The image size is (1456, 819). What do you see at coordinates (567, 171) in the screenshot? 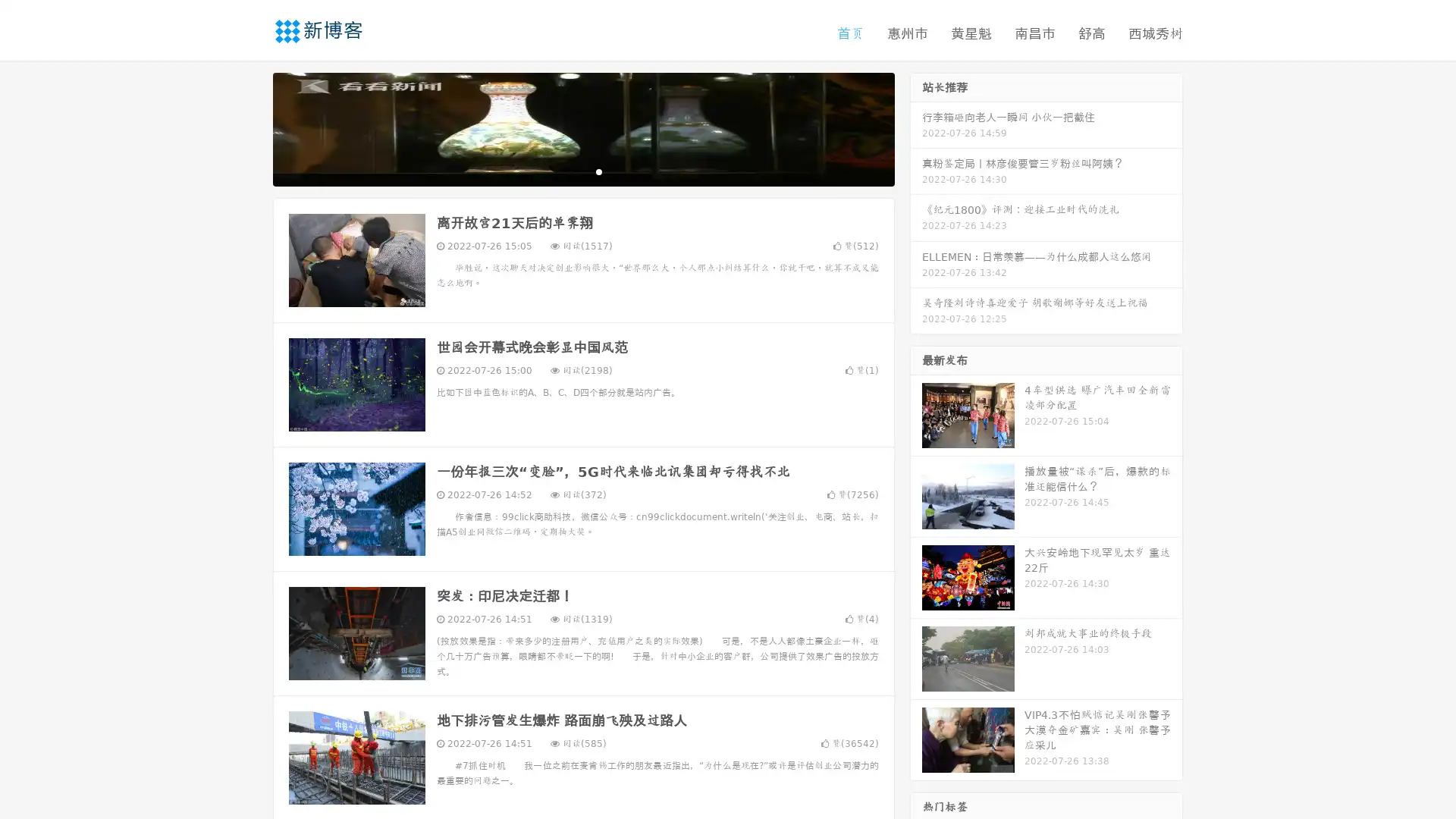
I see `Go to slide 1` at bounding box center [567, 171].